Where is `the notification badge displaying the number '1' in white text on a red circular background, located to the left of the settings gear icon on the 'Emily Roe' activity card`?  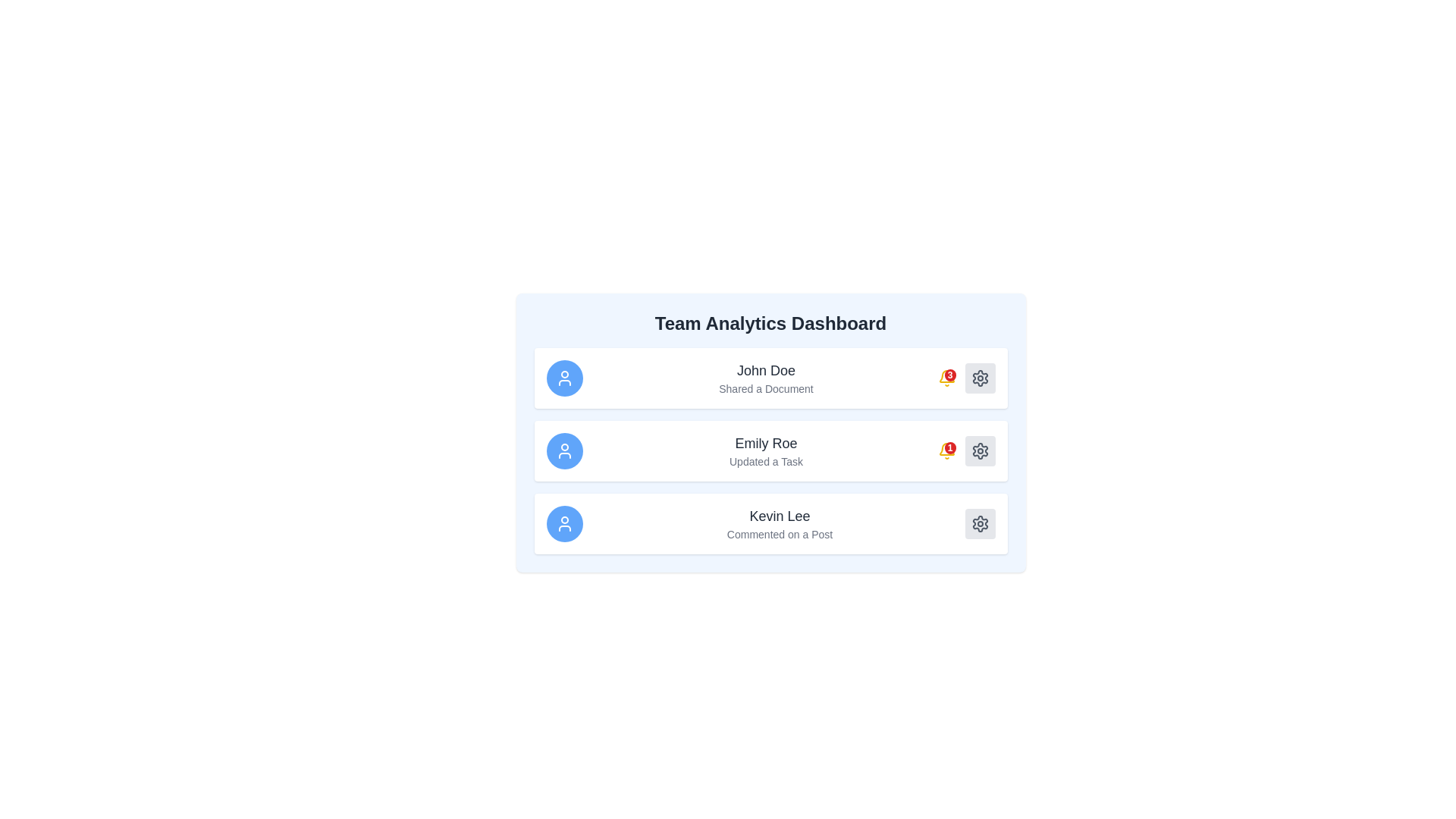 the notification badge displaying the number '1' in white text on a red circular background, located to the left of the settings gear icon on the 'Emily Roe' activity card is located at coordinates (965, 450).